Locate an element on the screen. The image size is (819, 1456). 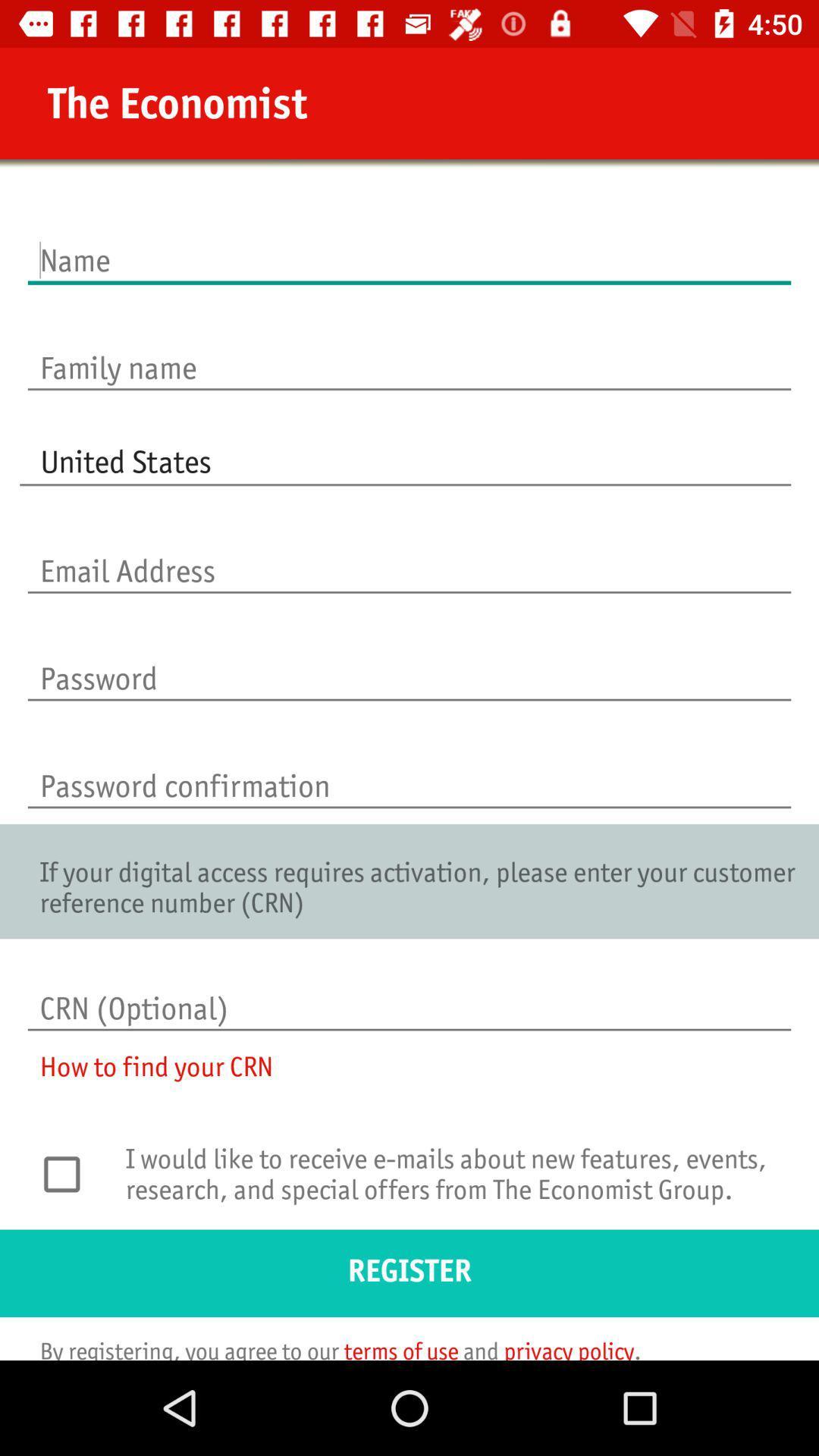
the icon to the left of i would like icon is located at coordinates (70, 1173).